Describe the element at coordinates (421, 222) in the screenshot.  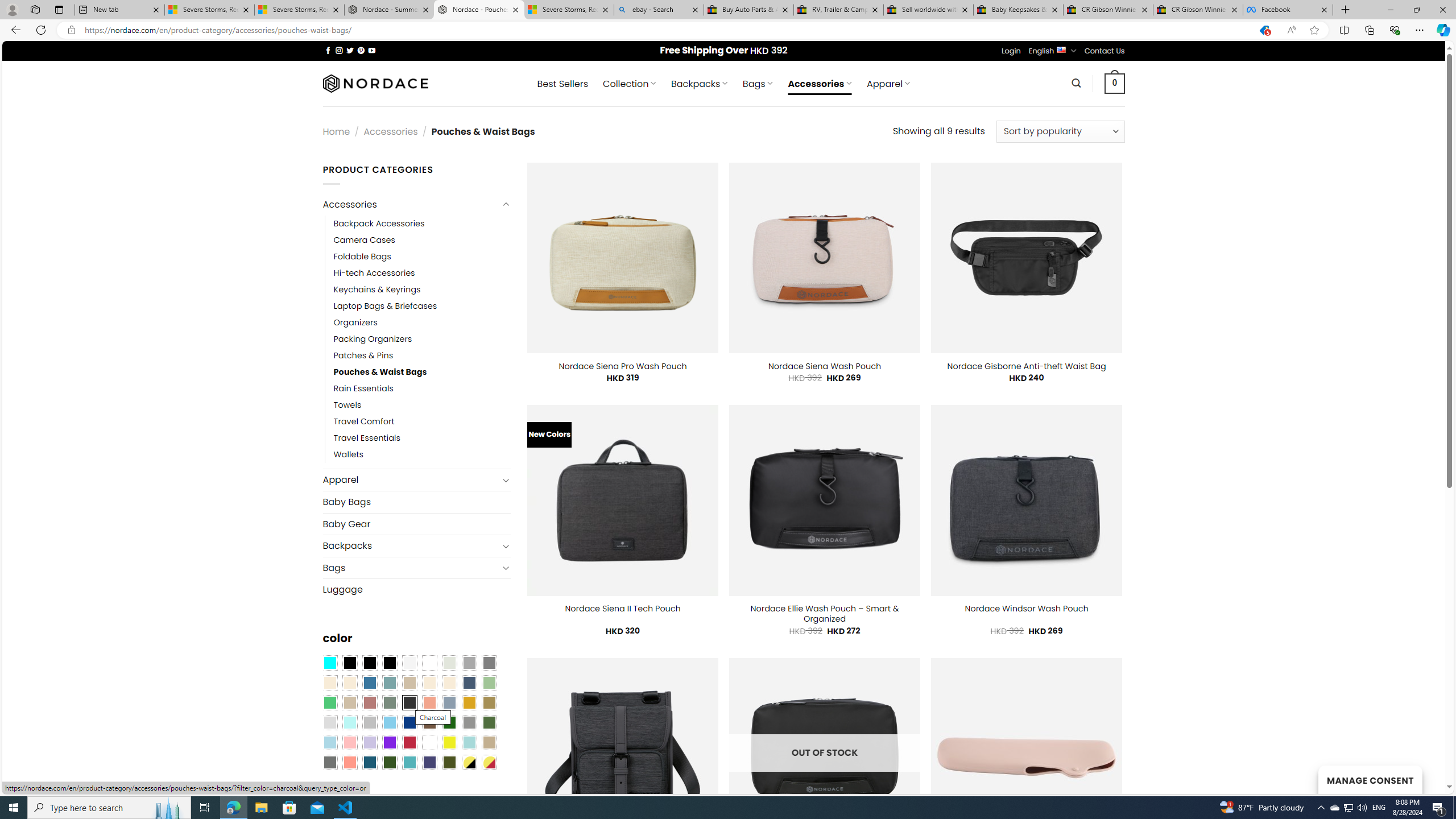
I see `'Backpack Accessories'` at that location.